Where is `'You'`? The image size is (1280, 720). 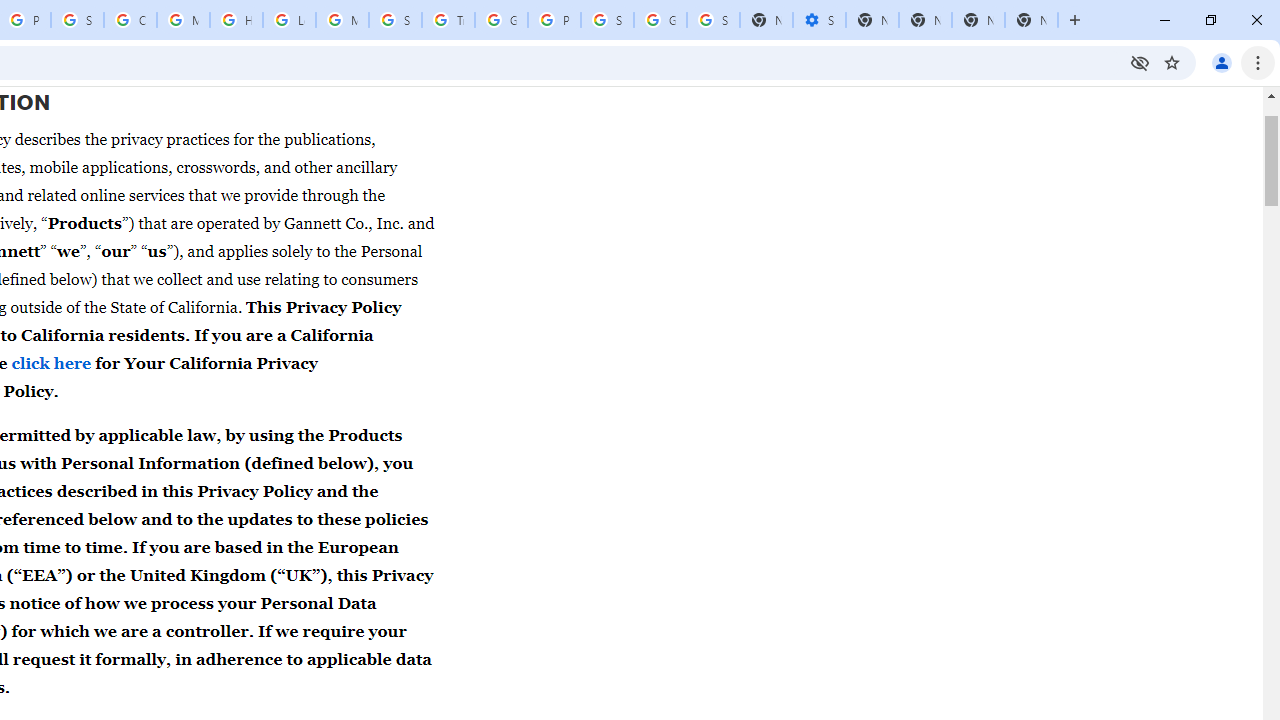
'You' is located at coordinates (1220, 61).